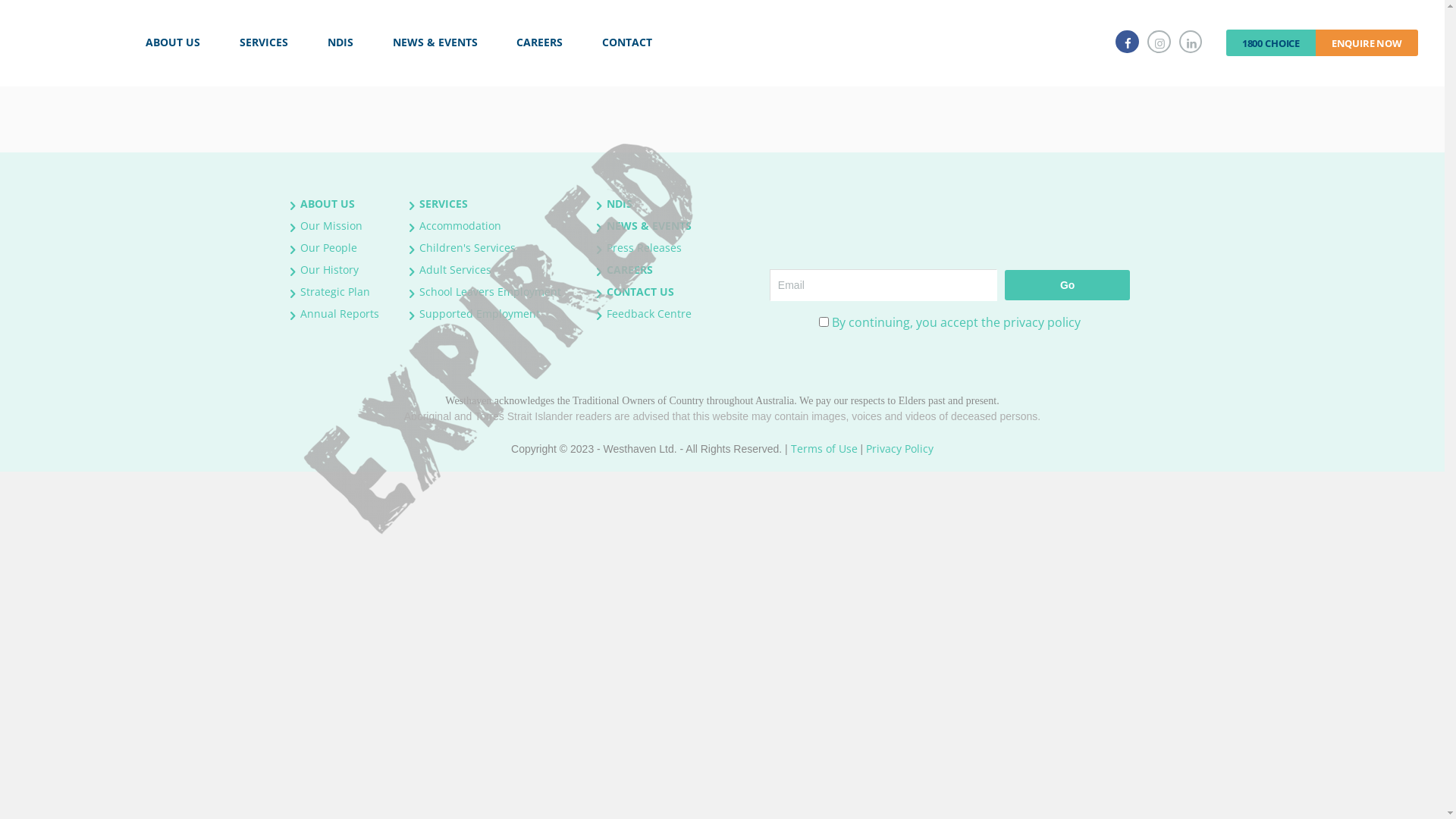 The width and height of the screenshot is (1456, 819). What do you see at coordinates (490, 291) in the screenshot?
I see `'School Leavers Employment'` at bounding box center [490, 291].